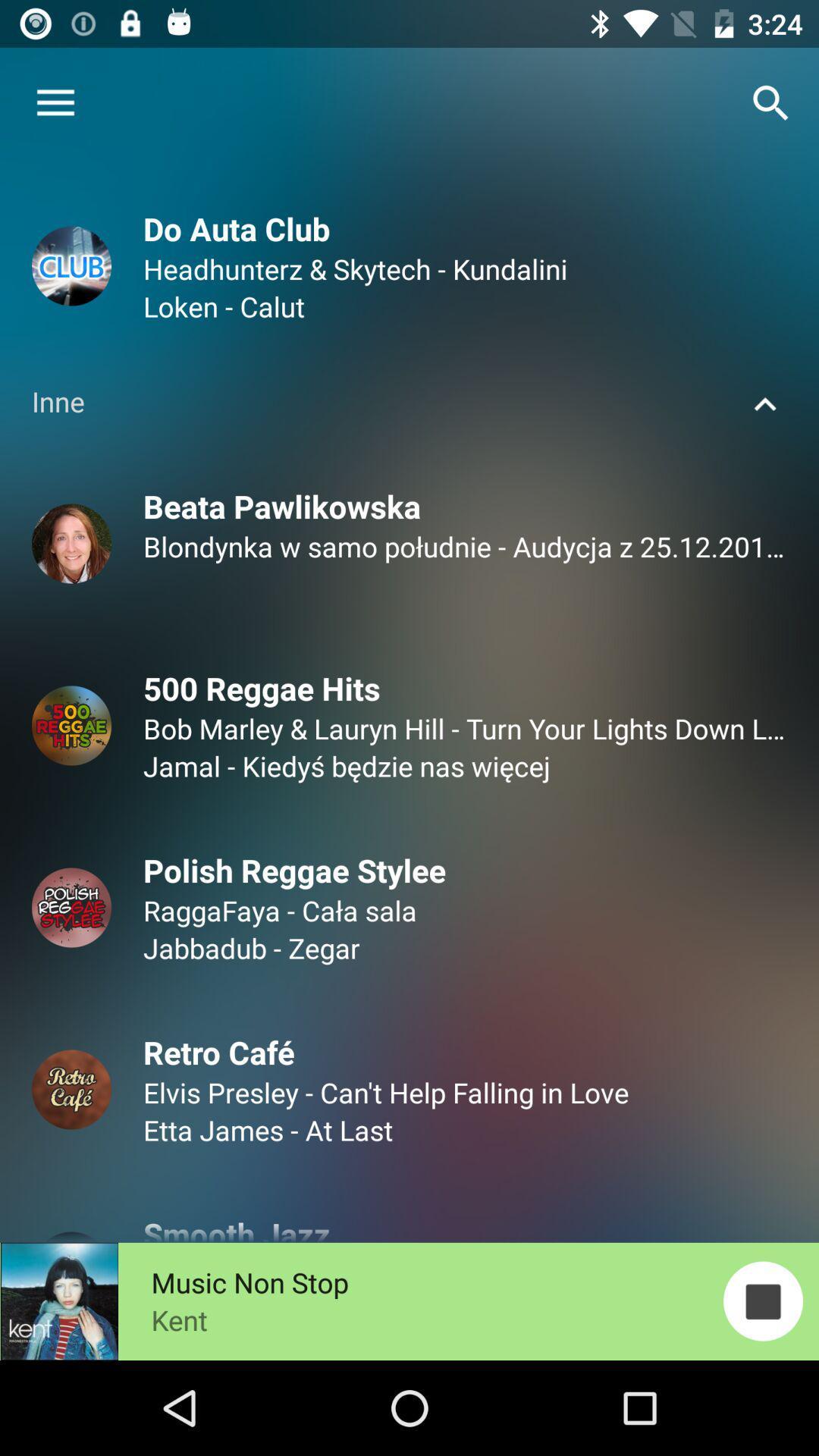  I want to click on stop icon, so click(763, 1300).